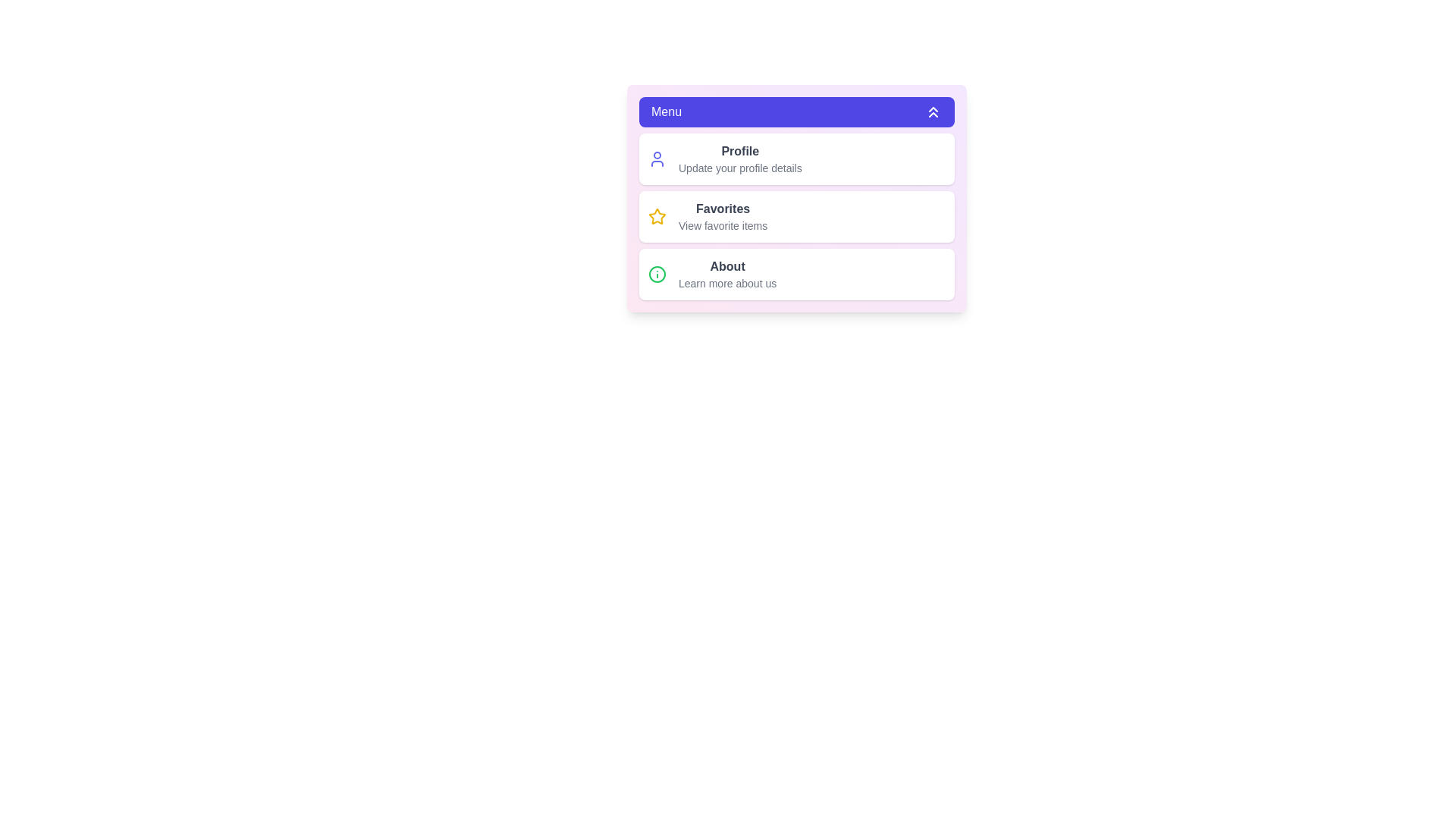  Describe the element at coordinates (796, 111) in the screenshot. I see `the menu button to toggle the menu visibility` at that location.